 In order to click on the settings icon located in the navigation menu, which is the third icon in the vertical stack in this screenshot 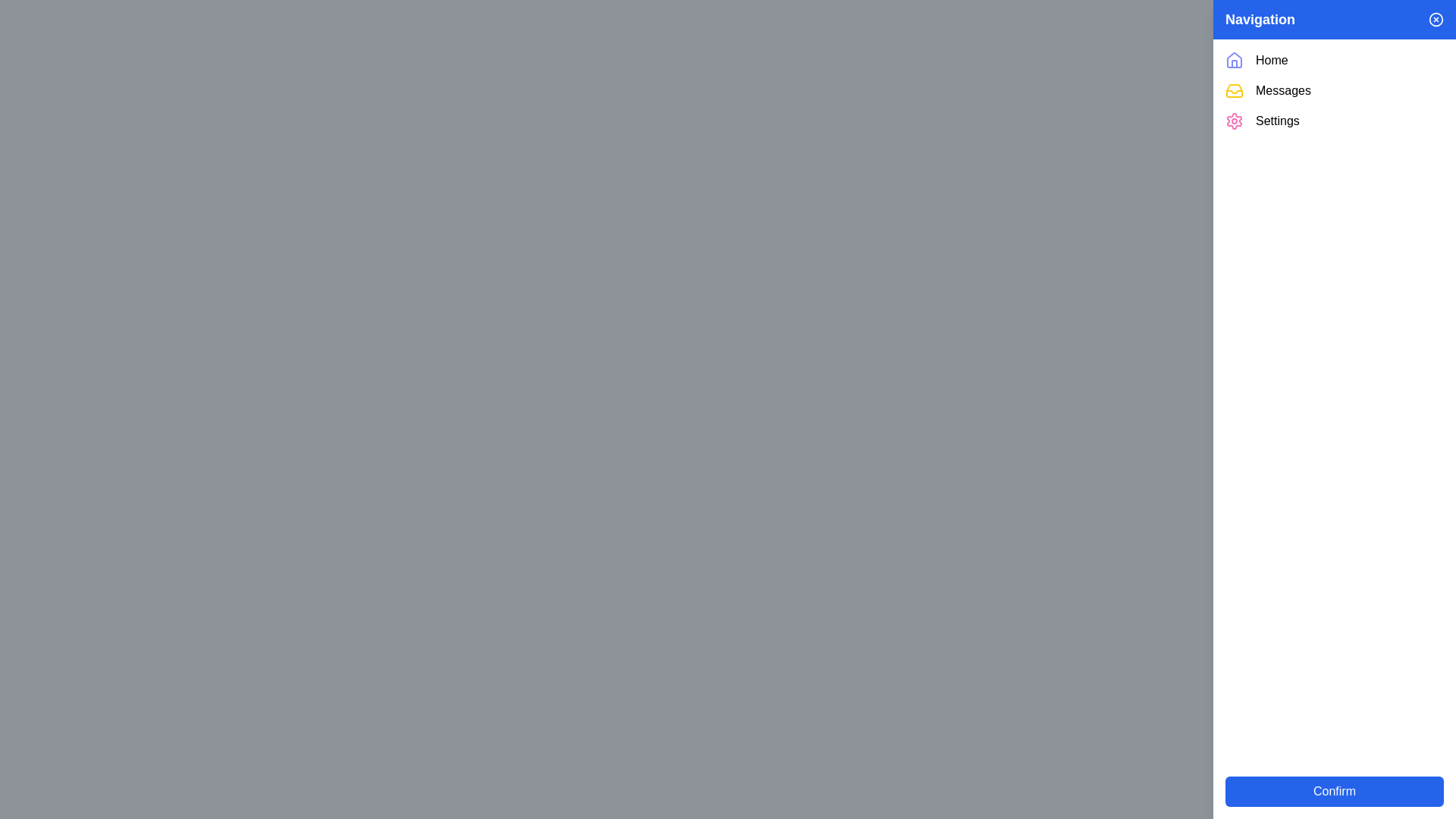, I will do `click(1234, 120)`.